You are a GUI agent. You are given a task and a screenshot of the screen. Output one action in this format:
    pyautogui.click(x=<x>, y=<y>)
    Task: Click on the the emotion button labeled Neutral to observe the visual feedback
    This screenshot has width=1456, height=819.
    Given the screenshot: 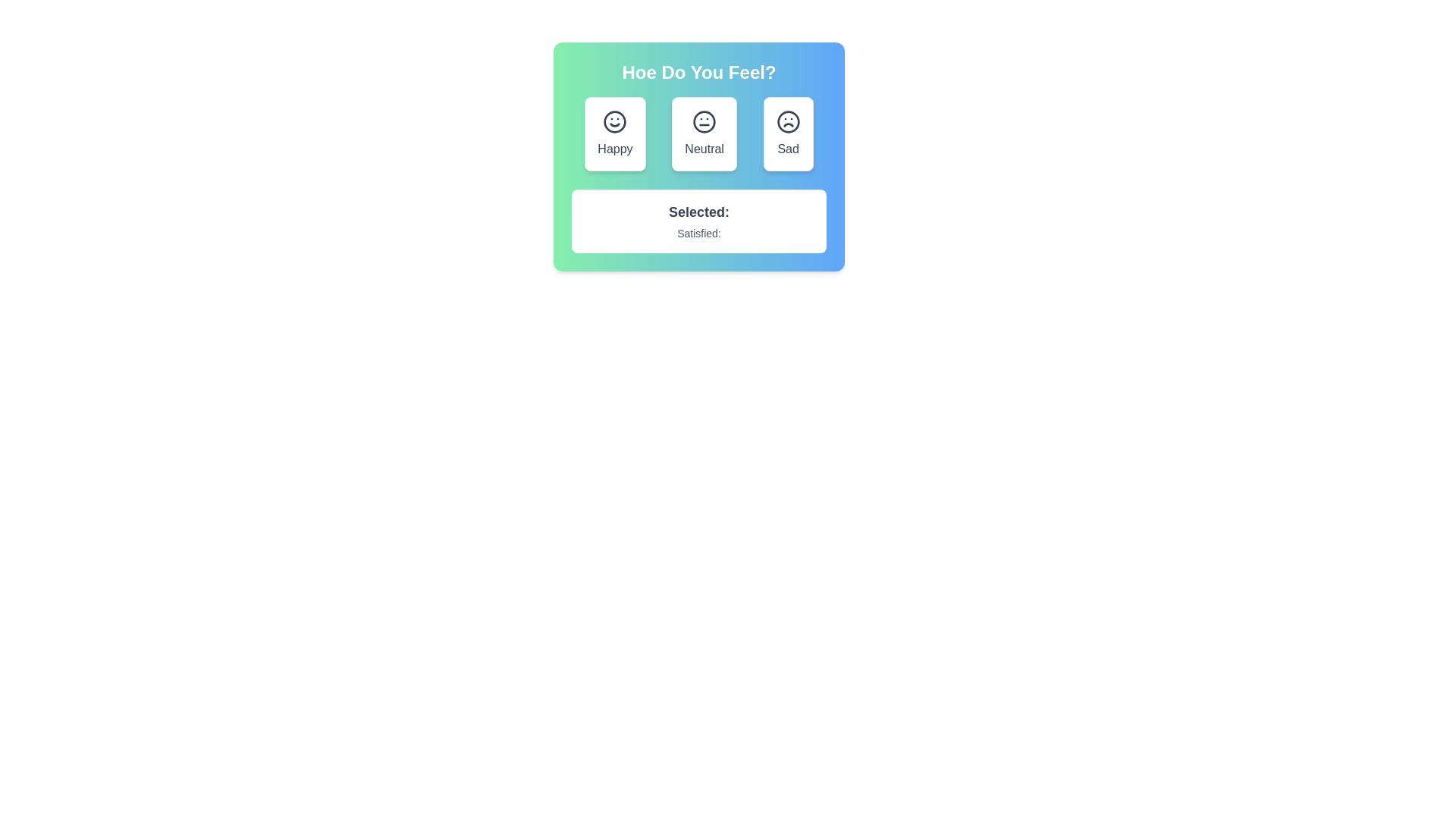 What is the action you would take?
    pyautogui.click(x=704, y=133)
    